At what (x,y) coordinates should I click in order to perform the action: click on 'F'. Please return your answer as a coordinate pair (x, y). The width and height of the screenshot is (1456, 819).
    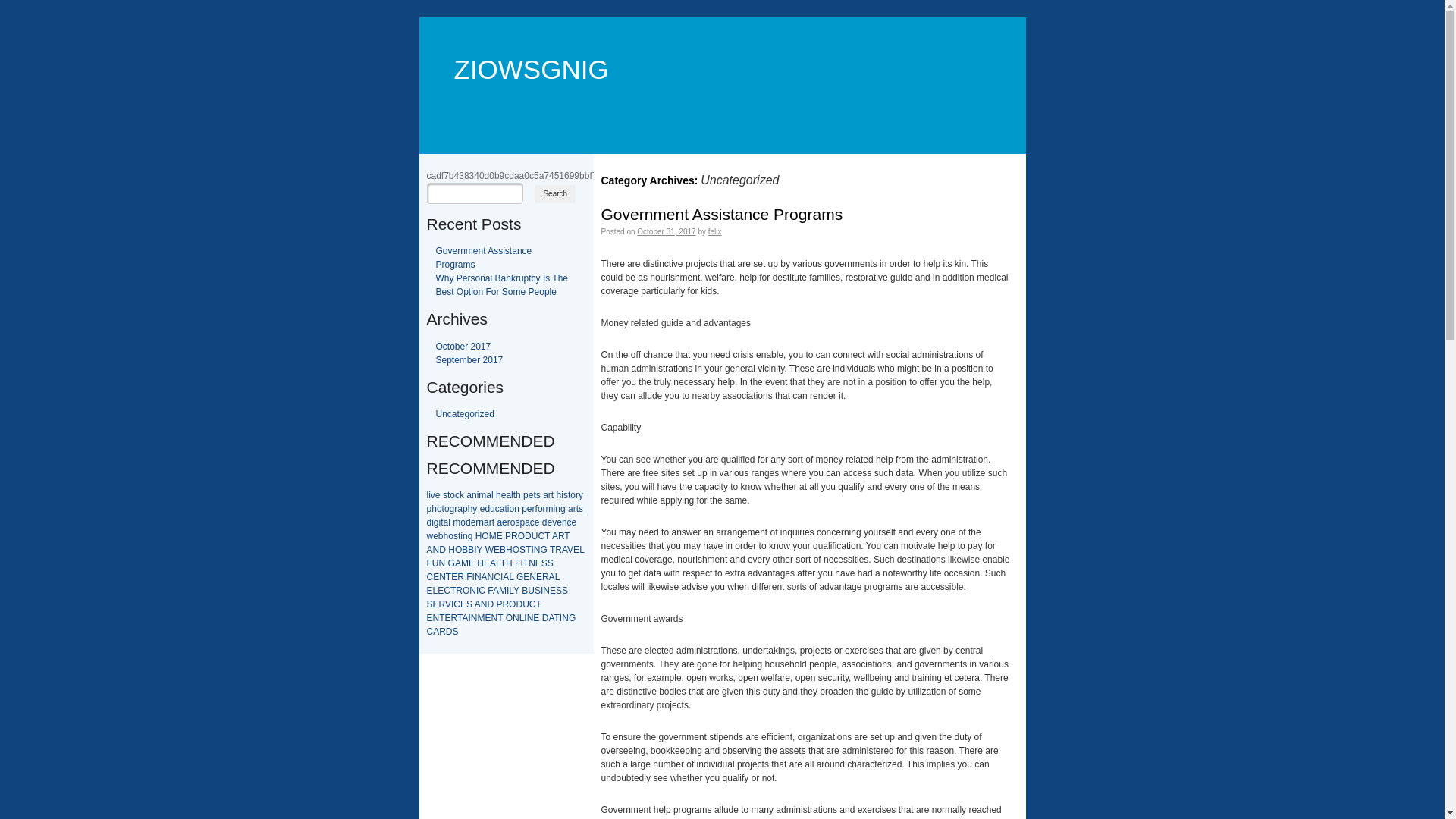
    Looking at the image, I should click on (468, 576).